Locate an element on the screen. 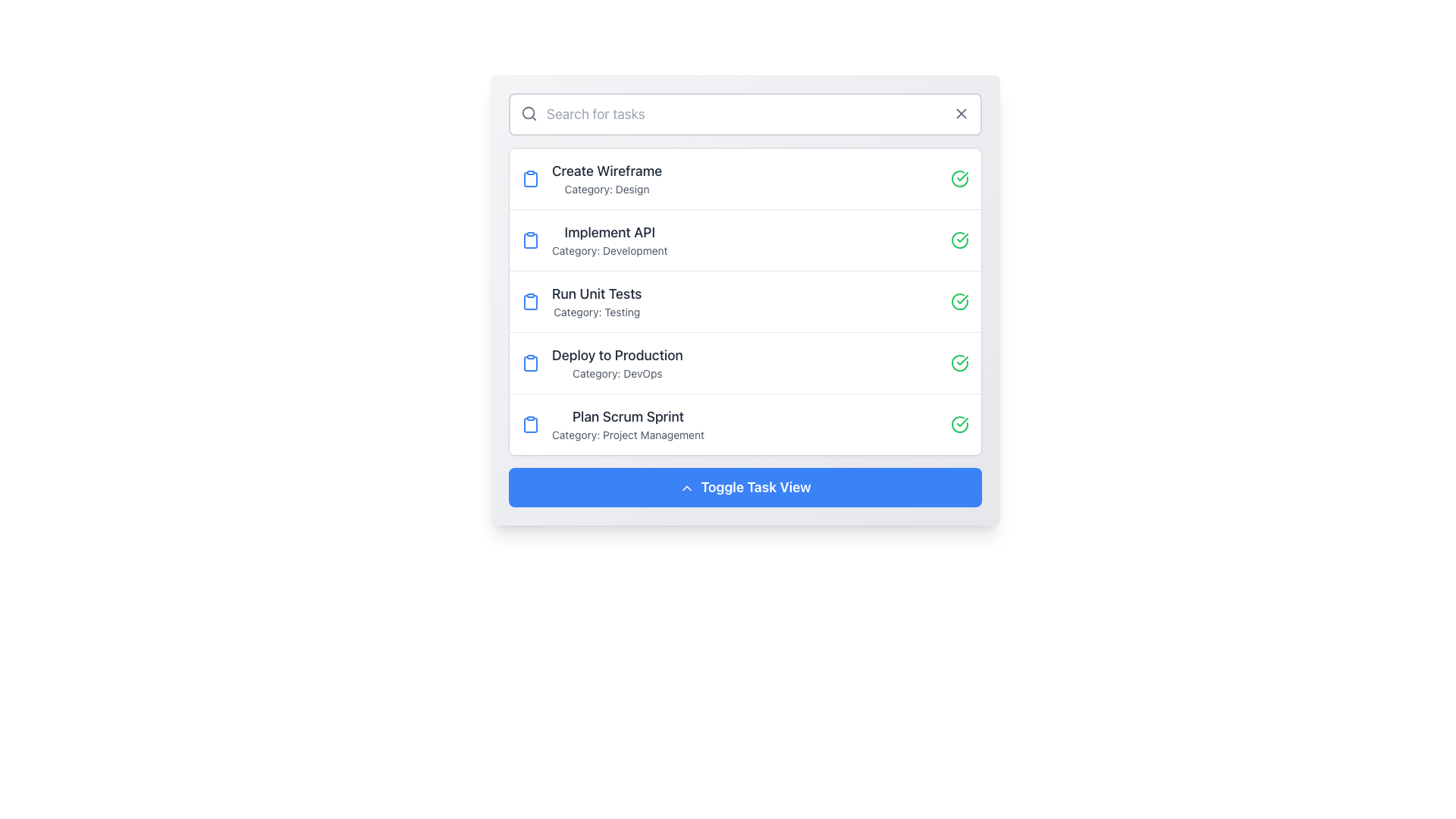 This screenshot has height=819, width=1456. the Search input field located at the top of the task list panel to indicate focus, situated between two icons is located at coordinates (745, 113).